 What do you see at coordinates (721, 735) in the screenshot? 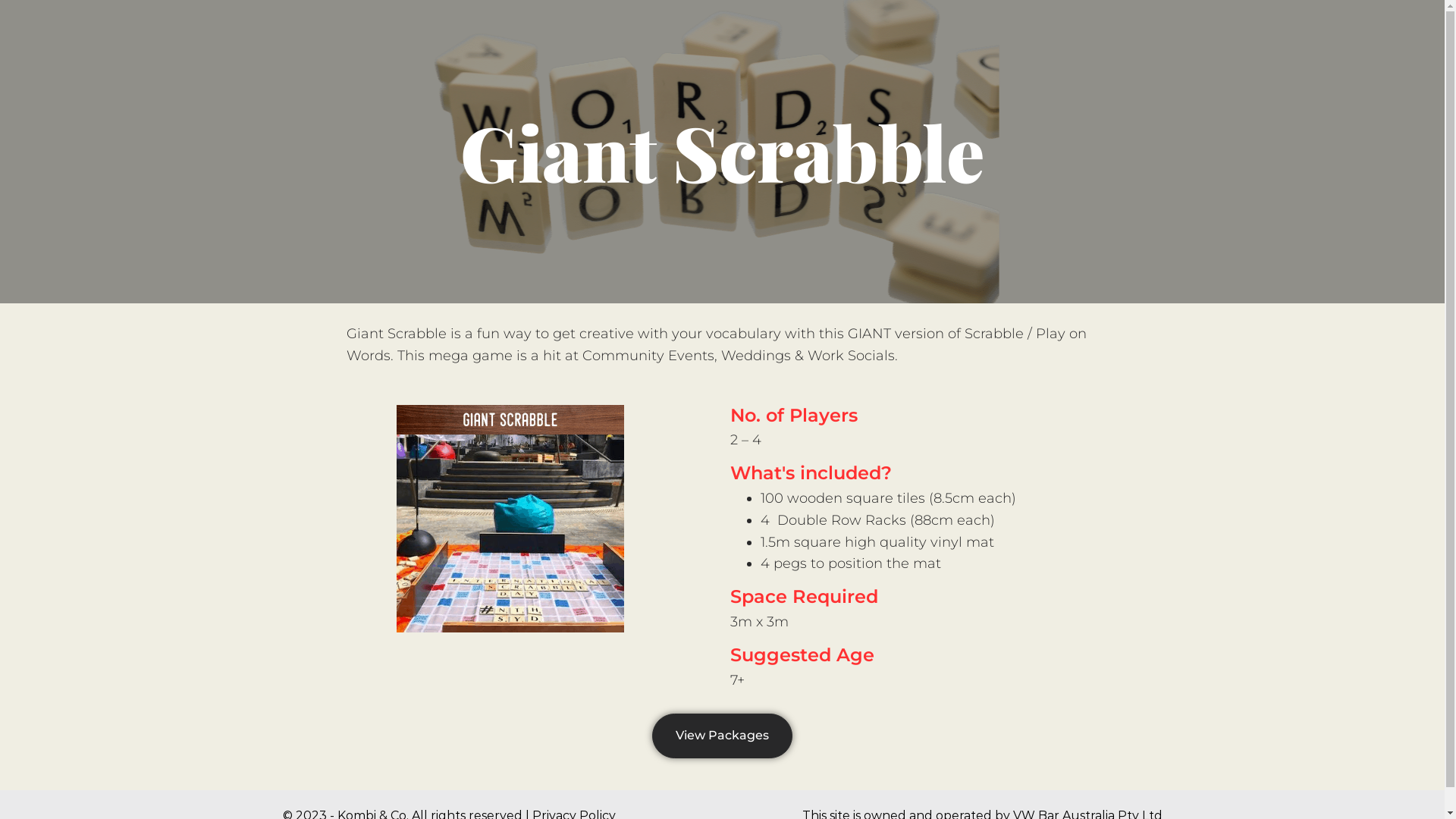
I see `'View Packages'` at bounding box center [721, 735].